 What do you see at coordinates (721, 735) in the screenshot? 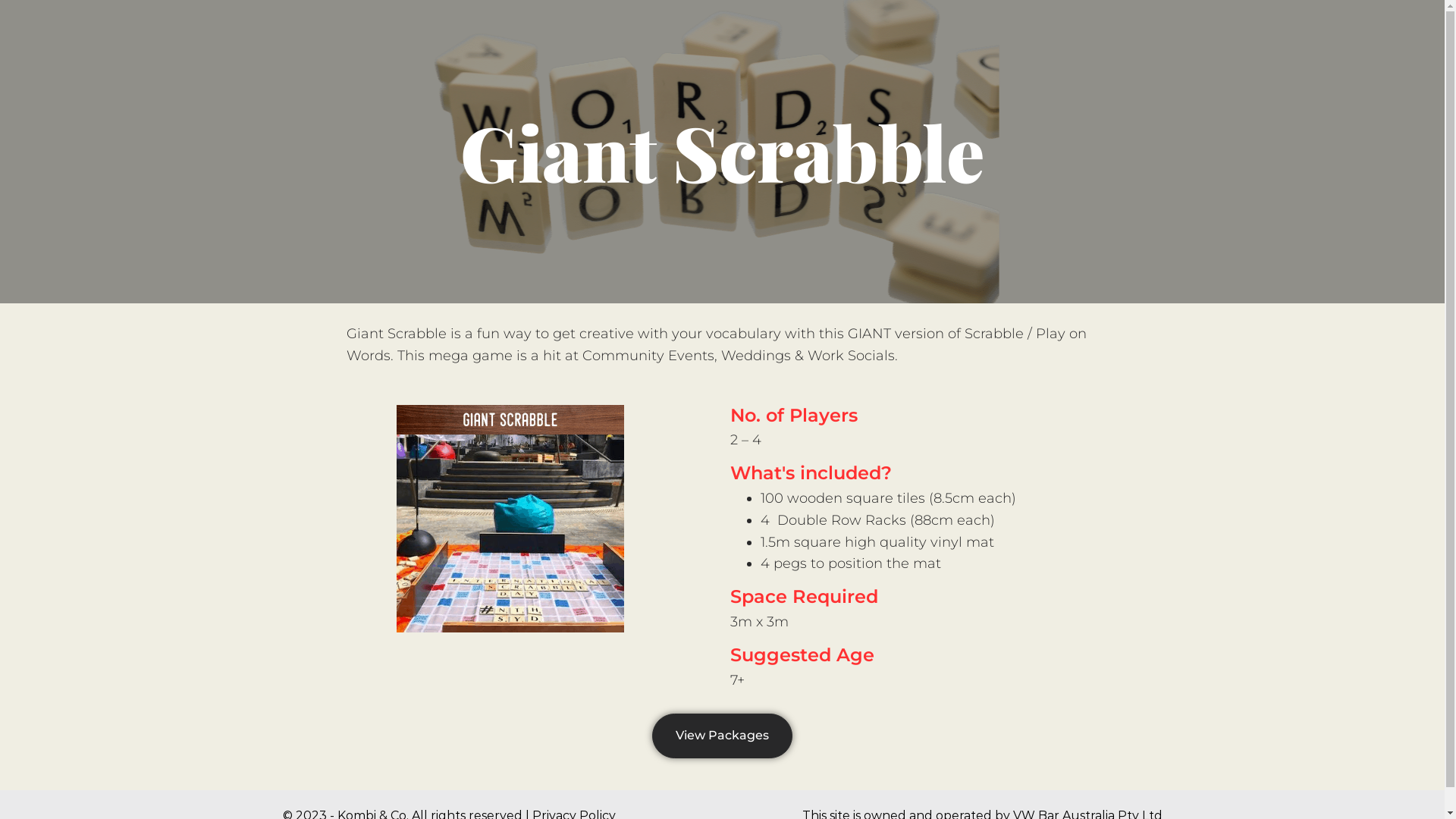
I see `'View Packages'` at bounding box center [721, 735].